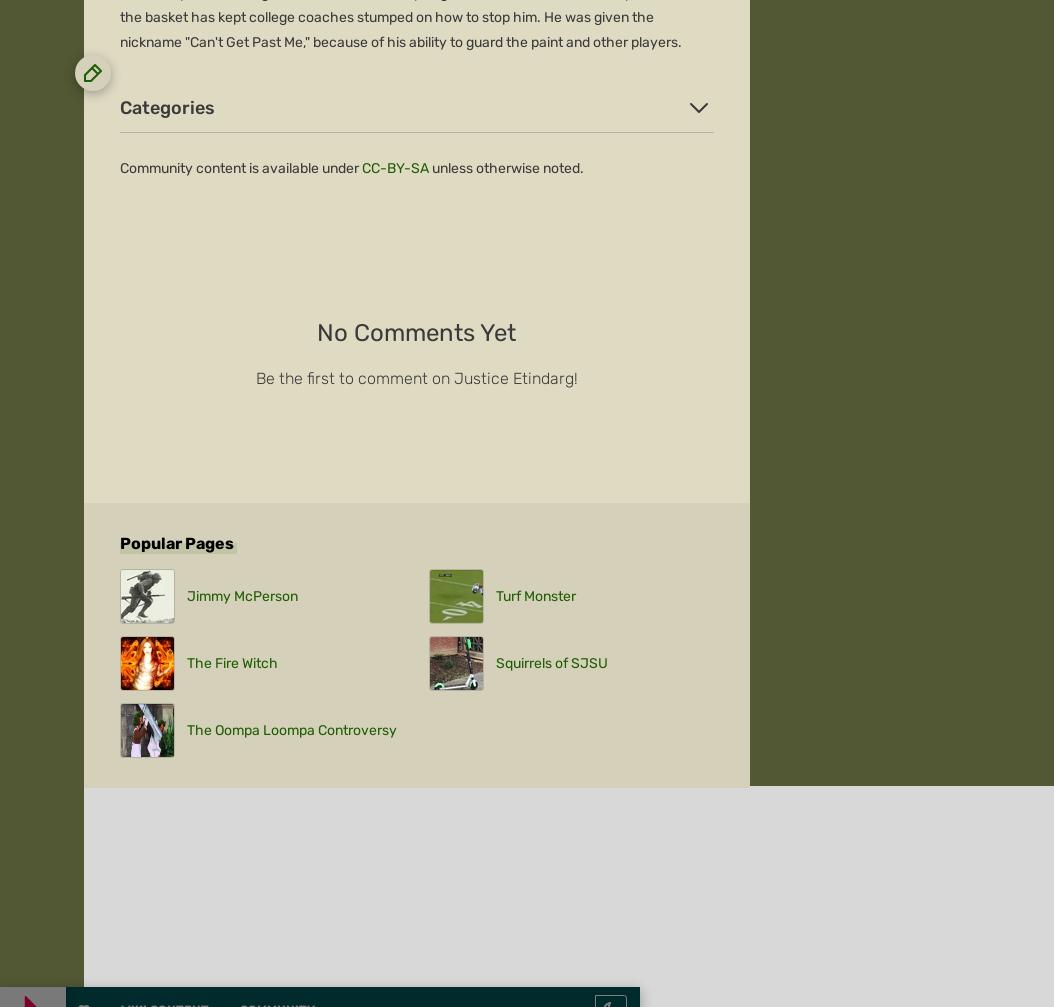 The image size is (1054, 1007). I want to click on 'Local Sitemap', so click(432, 336).